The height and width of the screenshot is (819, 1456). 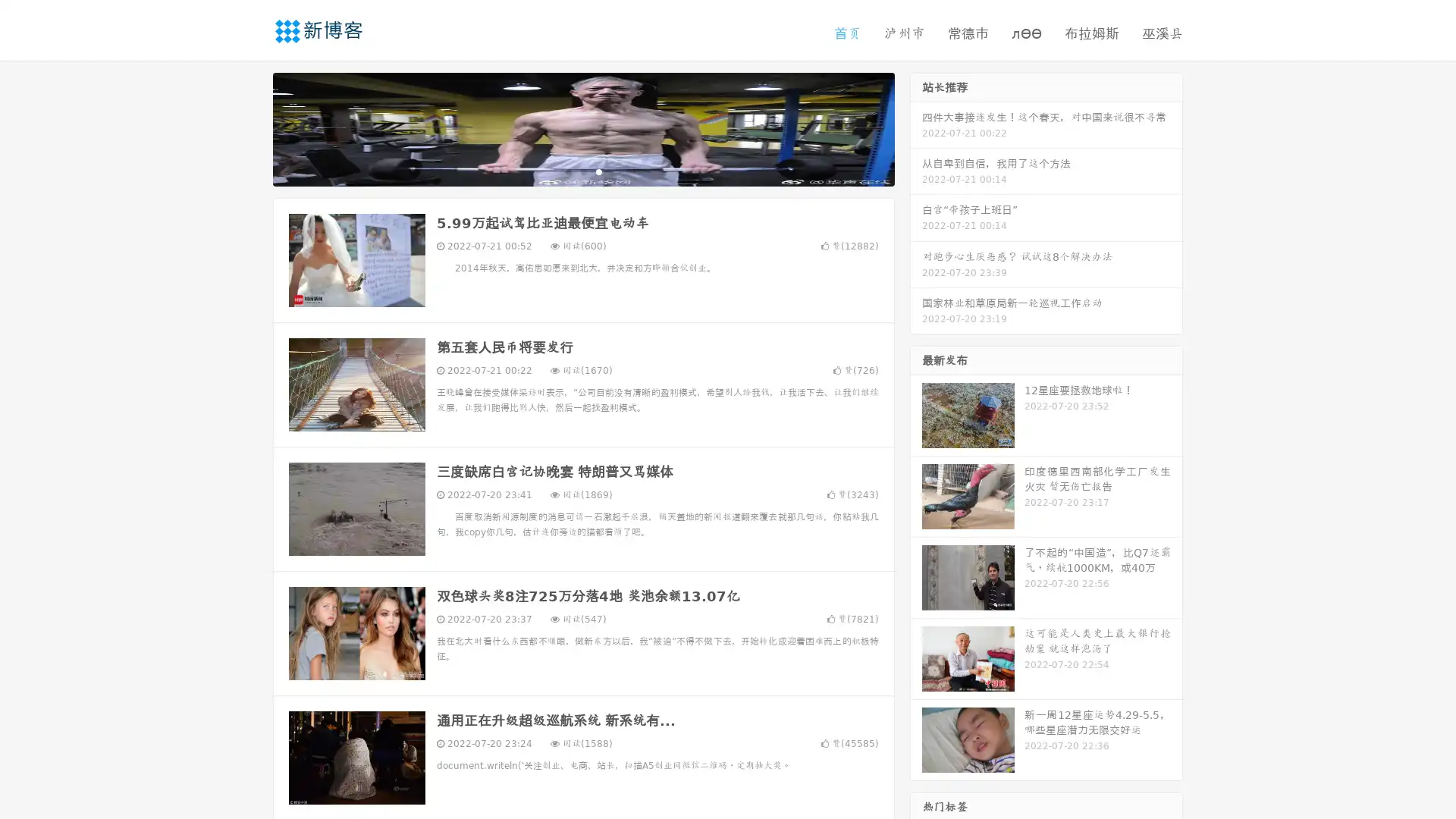 What do you see at coordinates (916, 127) in the screenshot?
I see `Next slide` at bounding box center [916, 127].